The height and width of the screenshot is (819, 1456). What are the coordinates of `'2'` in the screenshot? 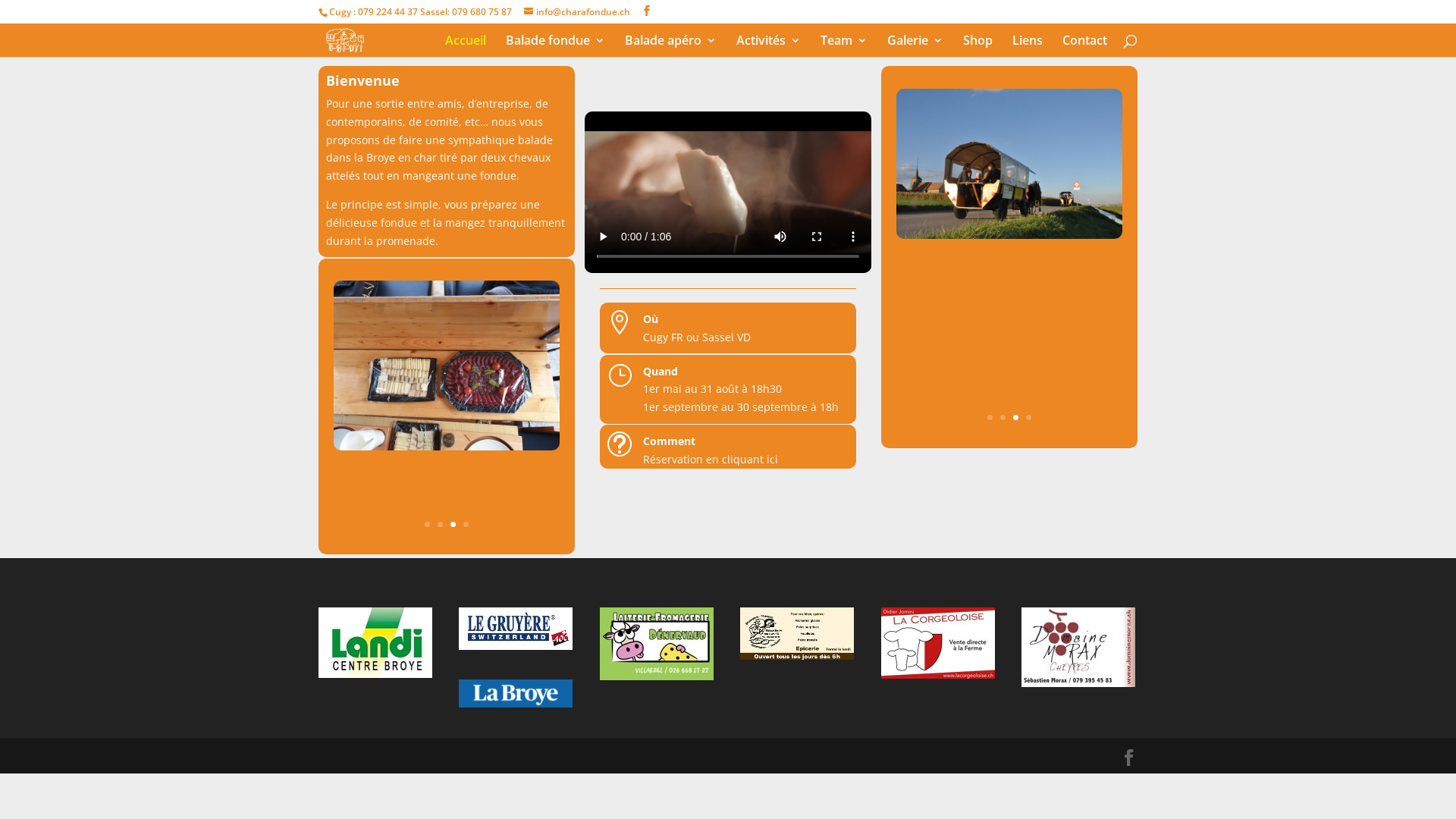 It's located at (1003, 417).